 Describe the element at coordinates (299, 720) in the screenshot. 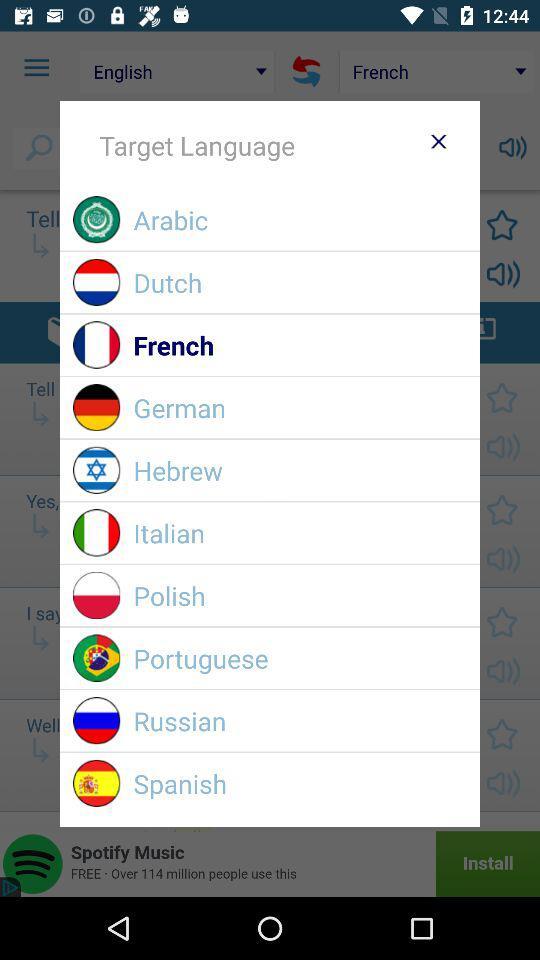

I see `the russian` at that location.